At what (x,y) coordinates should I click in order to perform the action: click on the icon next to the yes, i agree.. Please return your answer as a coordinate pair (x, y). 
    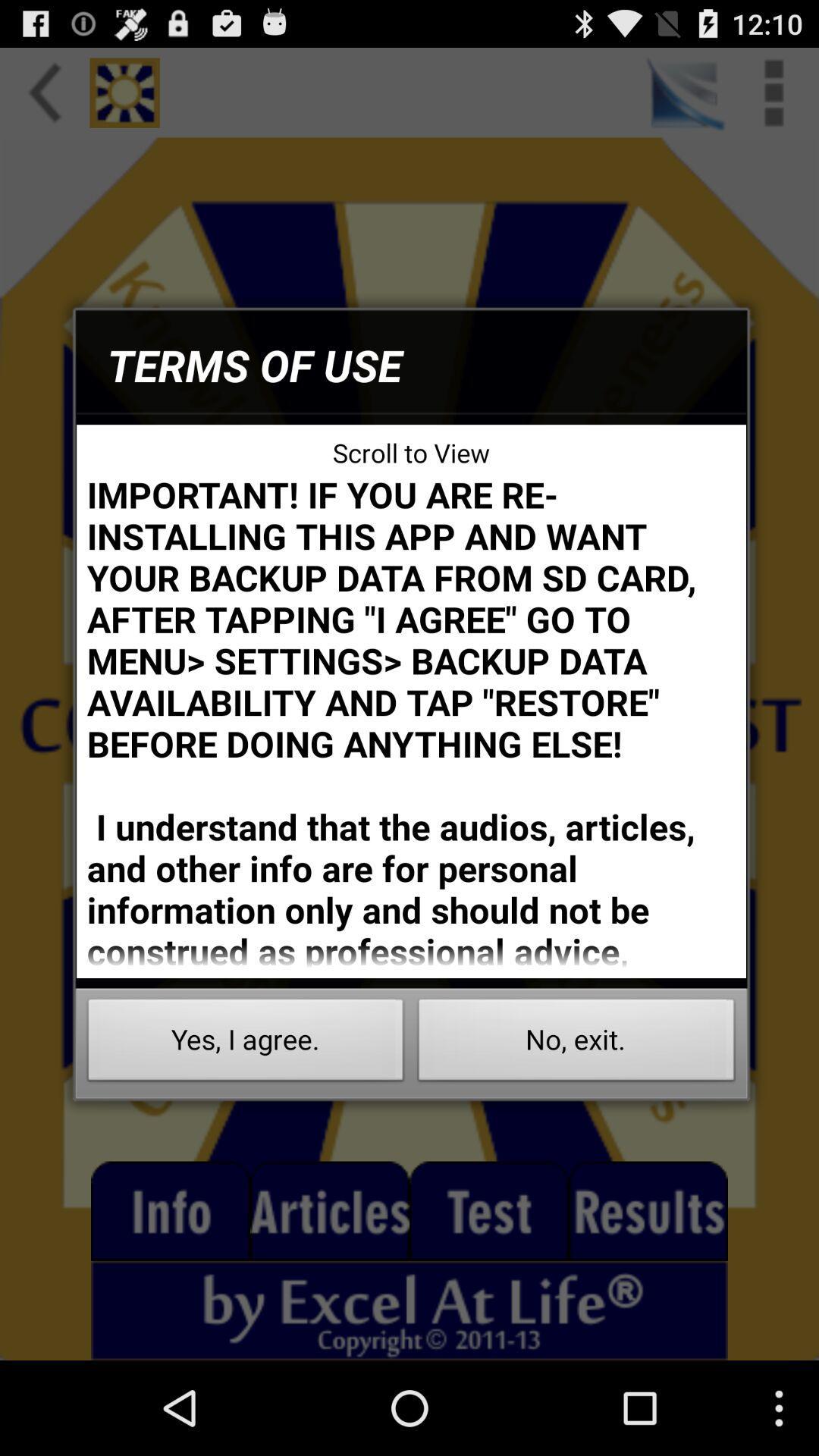
    Looking at the image, I should click on (576, 1043).